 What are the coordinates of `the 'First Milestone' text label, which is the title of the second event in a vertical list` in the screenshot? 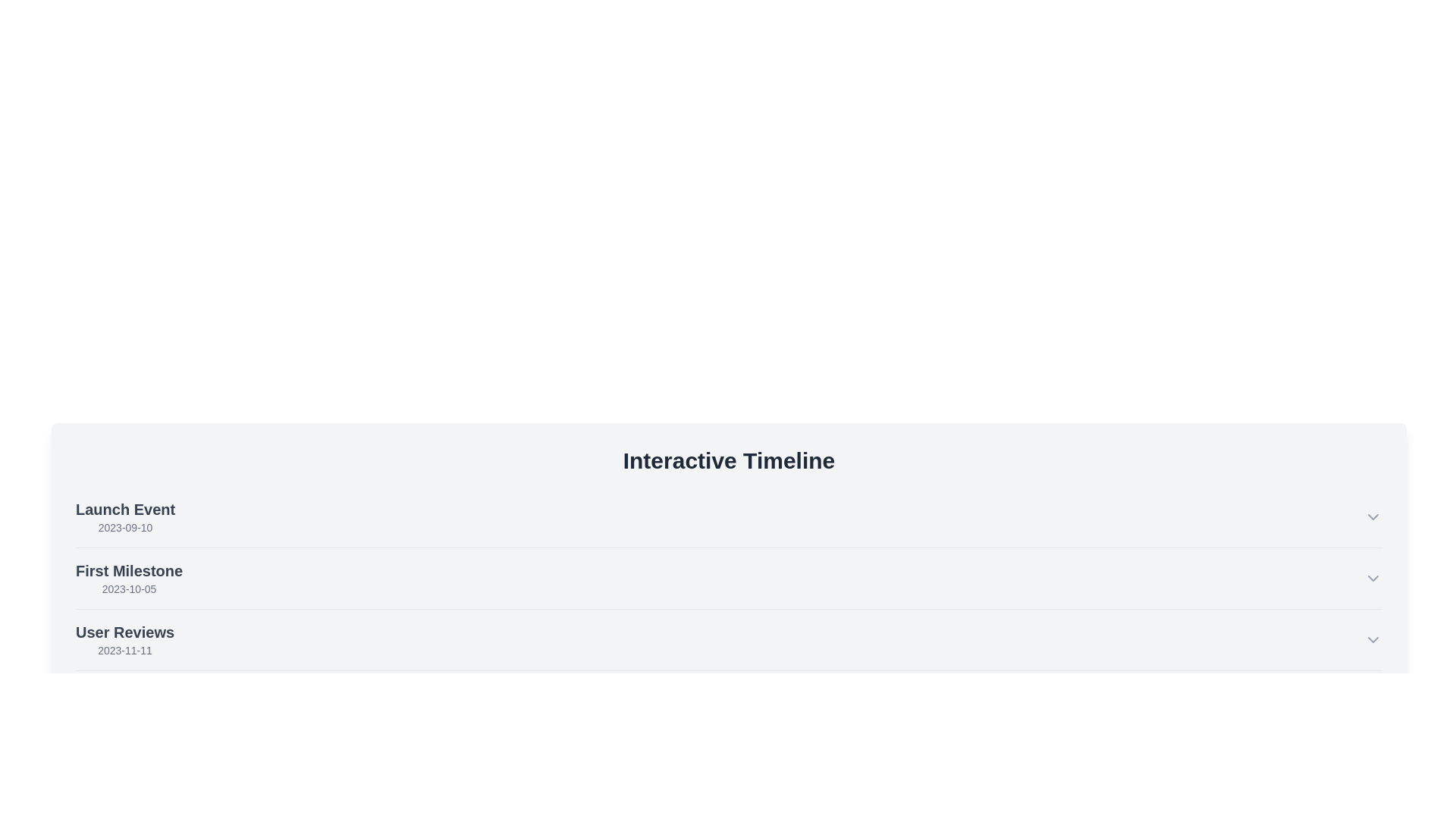 It's located at (129, 570).